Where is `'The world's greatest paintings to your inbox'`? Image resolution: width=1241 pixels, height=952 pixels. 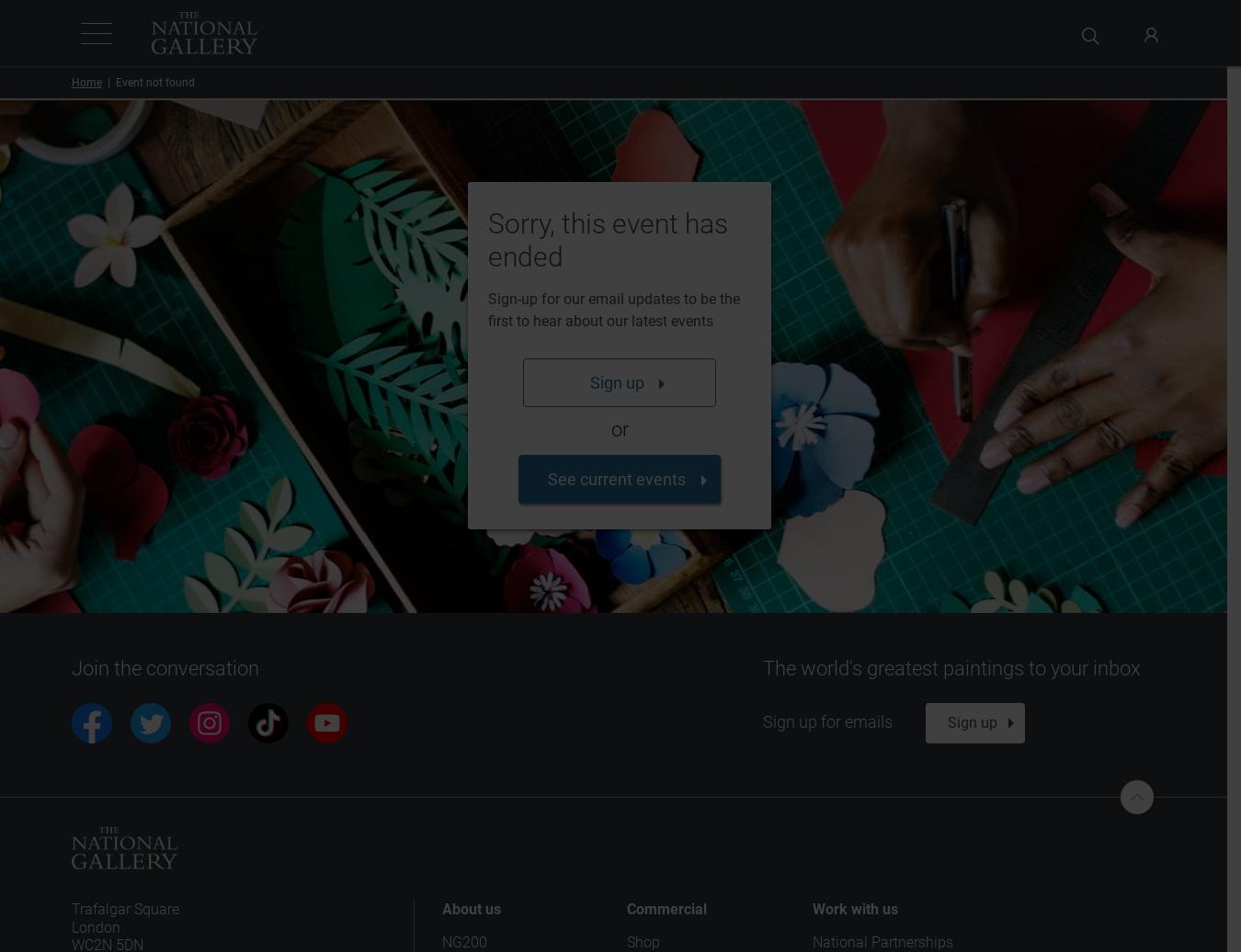
'The world's greatest paintings to your inbox' is located at coordinates (951, 668).